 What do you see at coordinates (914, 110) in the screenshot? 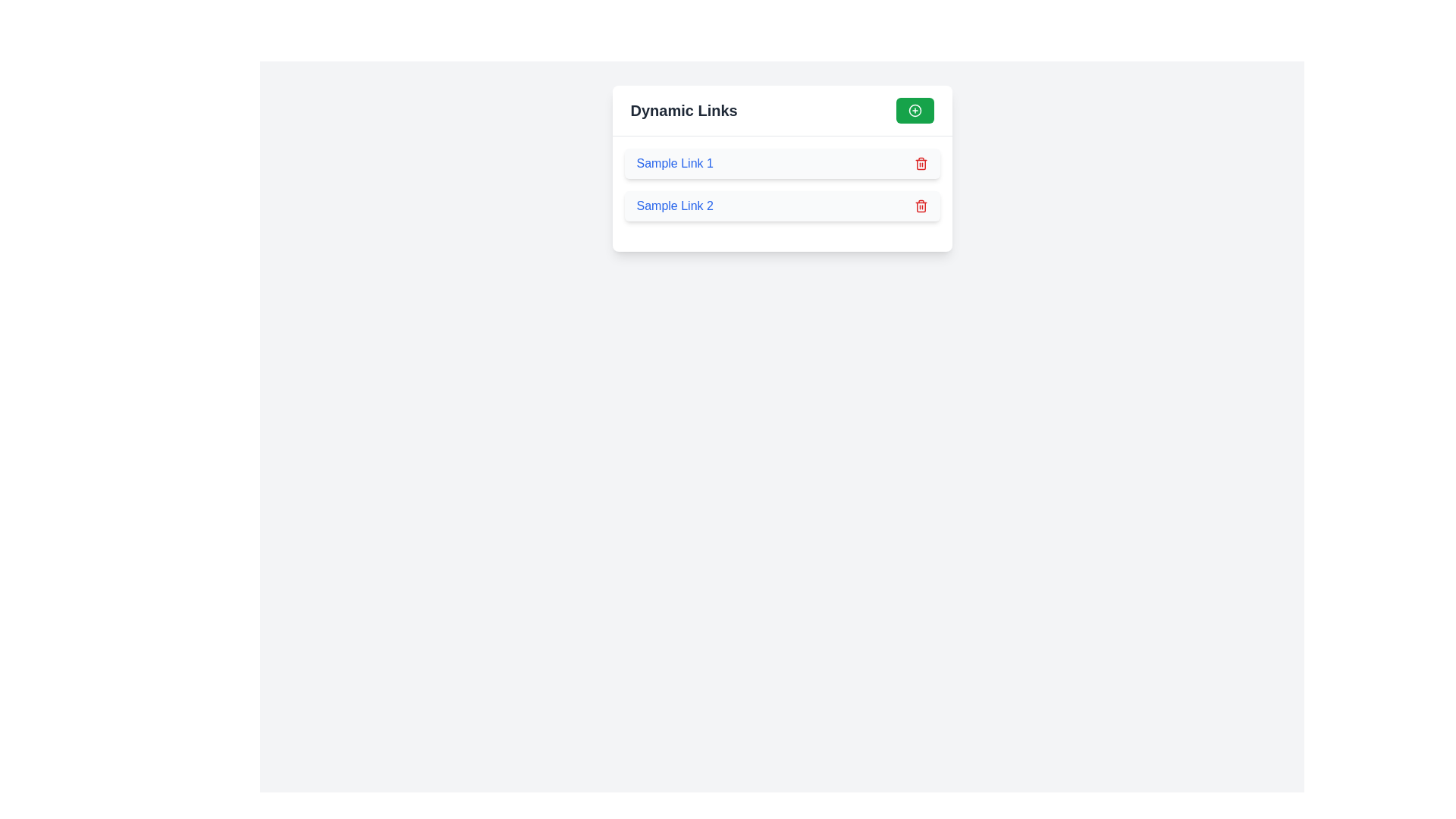
I see `the green square button located in the top-right corner adjacent to the title 'Dynamic Links'` at bounding box center [914, 110].